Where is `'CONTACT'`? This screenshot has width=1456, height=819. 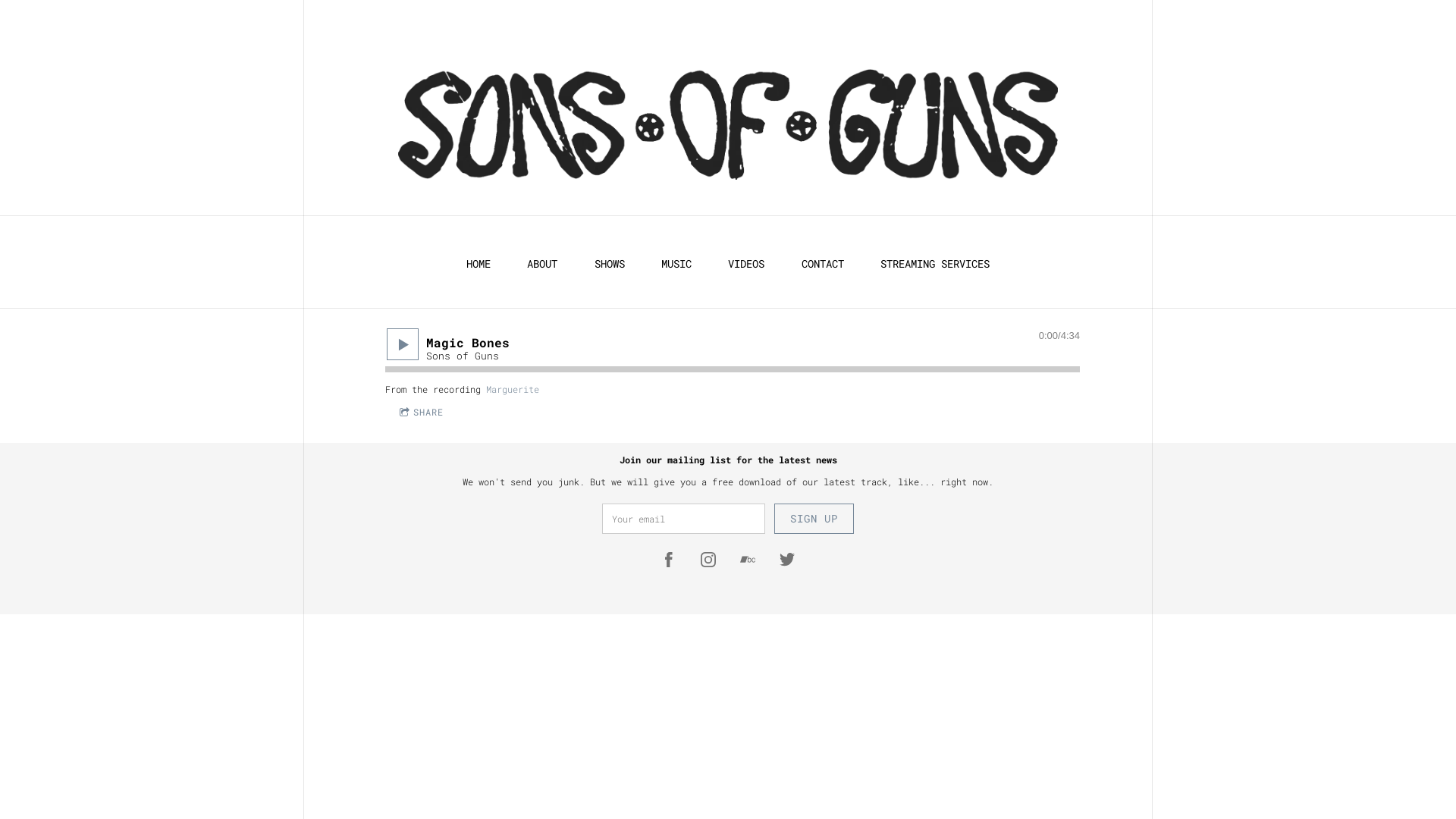
'CONTACT' is located at coordinates (821, 262).